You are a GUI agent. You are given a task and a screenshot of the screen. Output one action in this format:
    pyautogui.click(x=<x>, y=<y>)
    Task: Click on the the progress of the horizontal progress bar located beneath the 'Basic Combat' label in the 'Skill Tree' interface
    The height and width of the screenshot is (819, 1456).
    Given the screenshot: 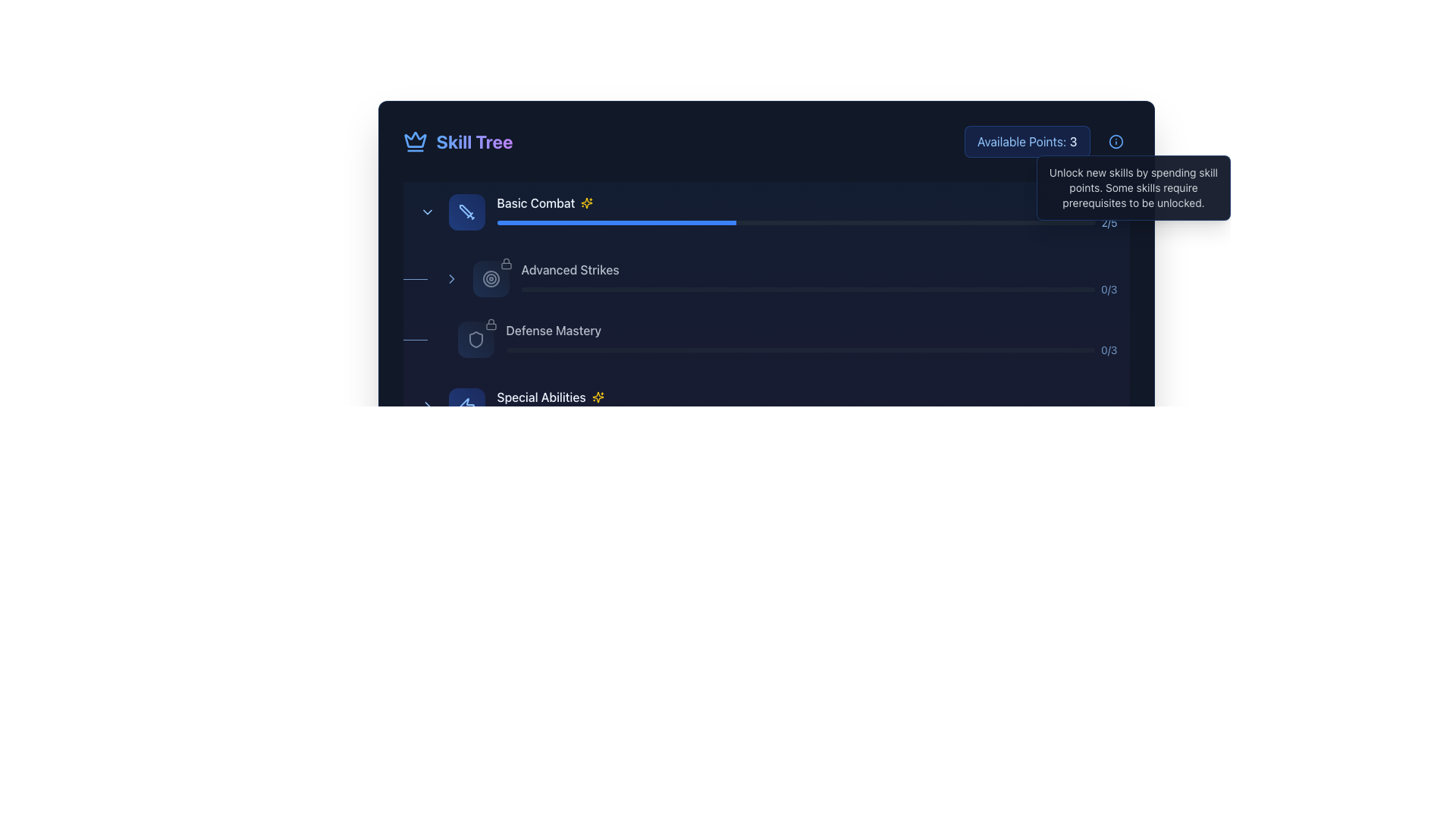 What is the action you would take?
    pyautogui.click(x=806, y=222)
    